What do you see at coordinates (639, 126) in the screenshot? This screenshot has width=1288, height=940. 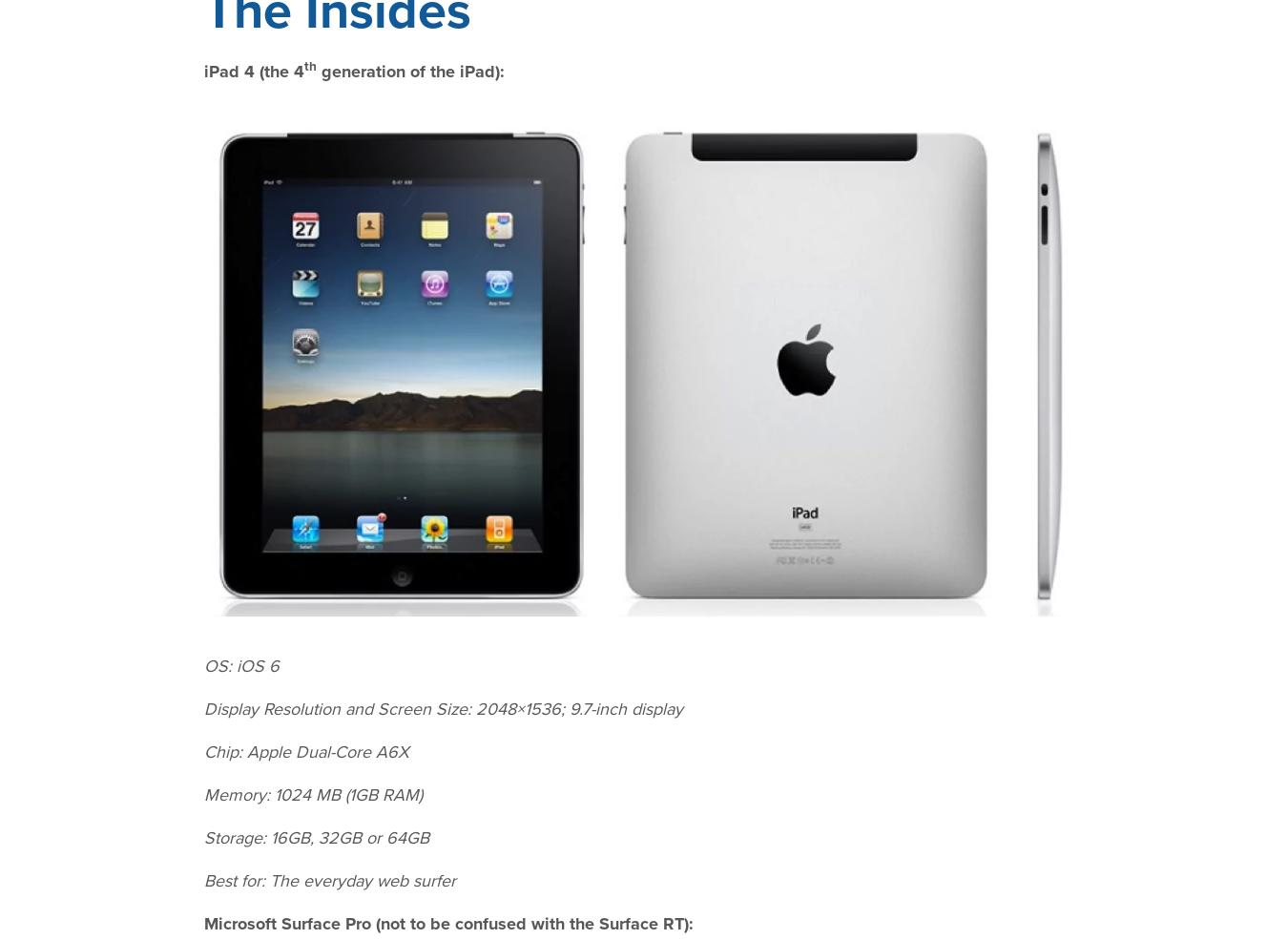 I see `'Federated Authentication with a SAML Identity Provider'` at bounding box center [639, 126].